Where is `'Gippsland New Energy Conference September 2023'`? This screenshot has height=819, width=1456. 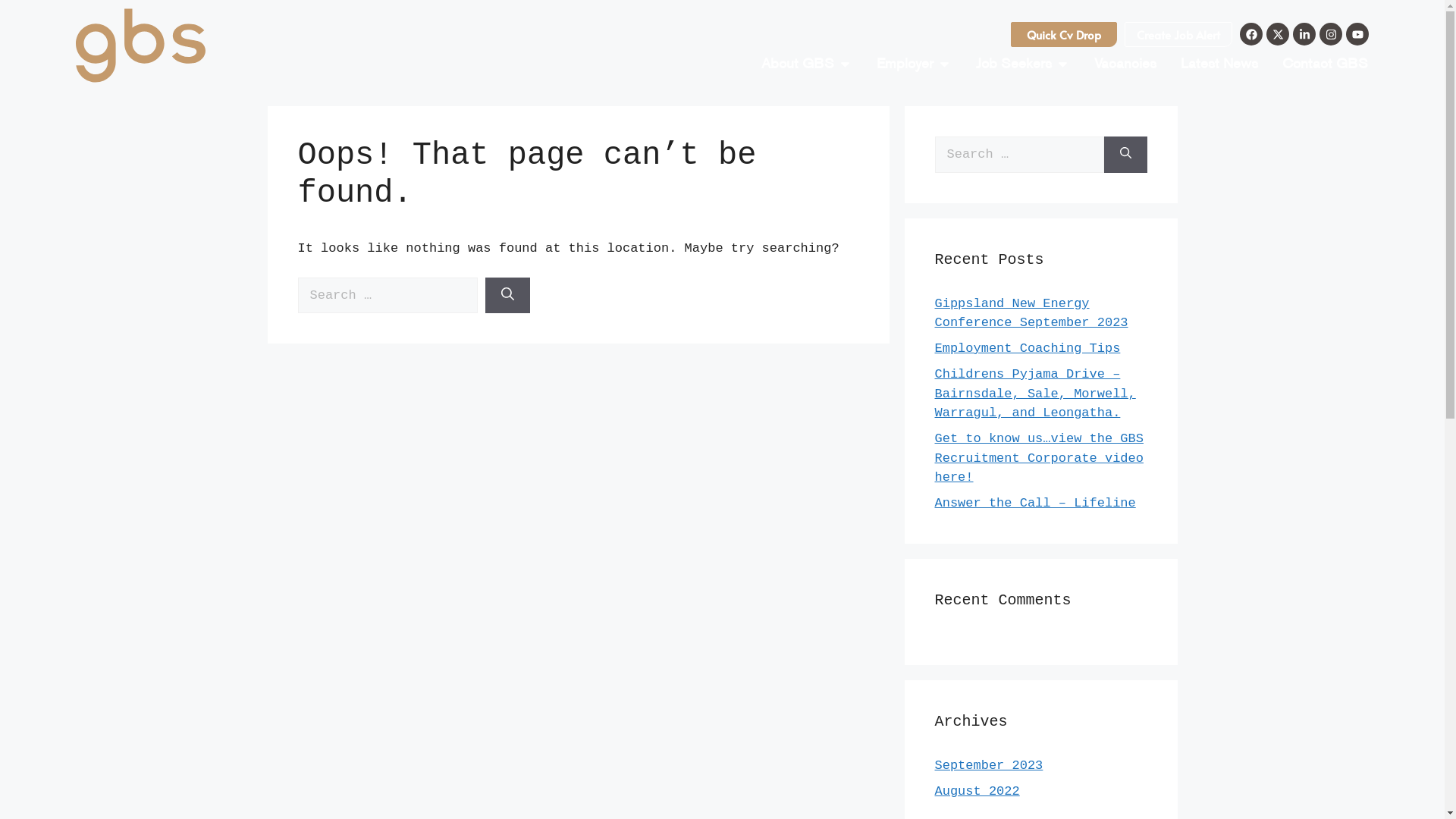
'Gippsland New Energy Conference September 2023' is located at coordinates (1031, 312).